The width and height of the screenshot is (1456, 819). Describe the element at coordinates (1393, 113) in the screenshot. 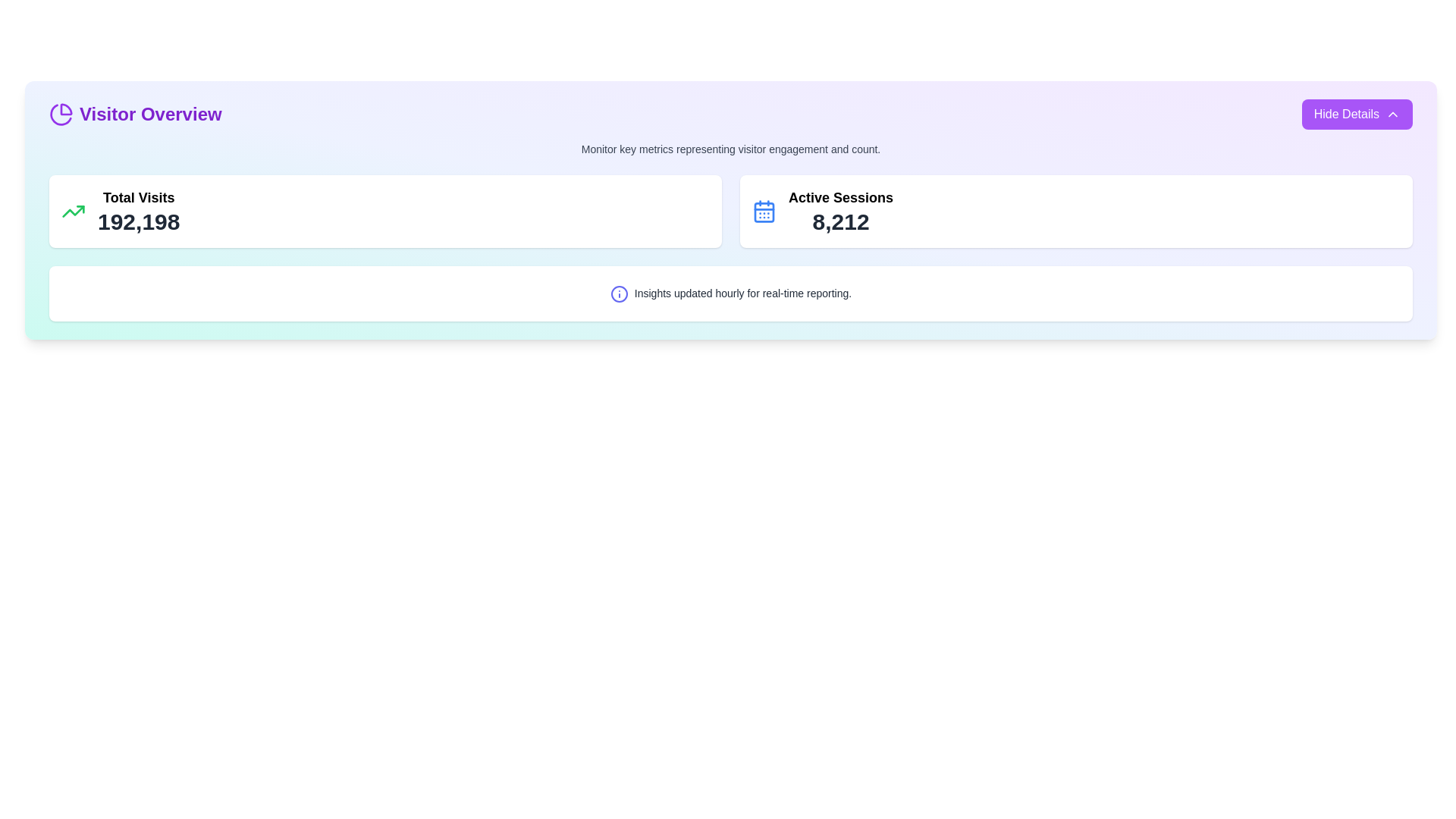

I see `the collapsible chevron icon (Chevron-up) adjacent to the 'Hide Details' text within the purple button` at that location.